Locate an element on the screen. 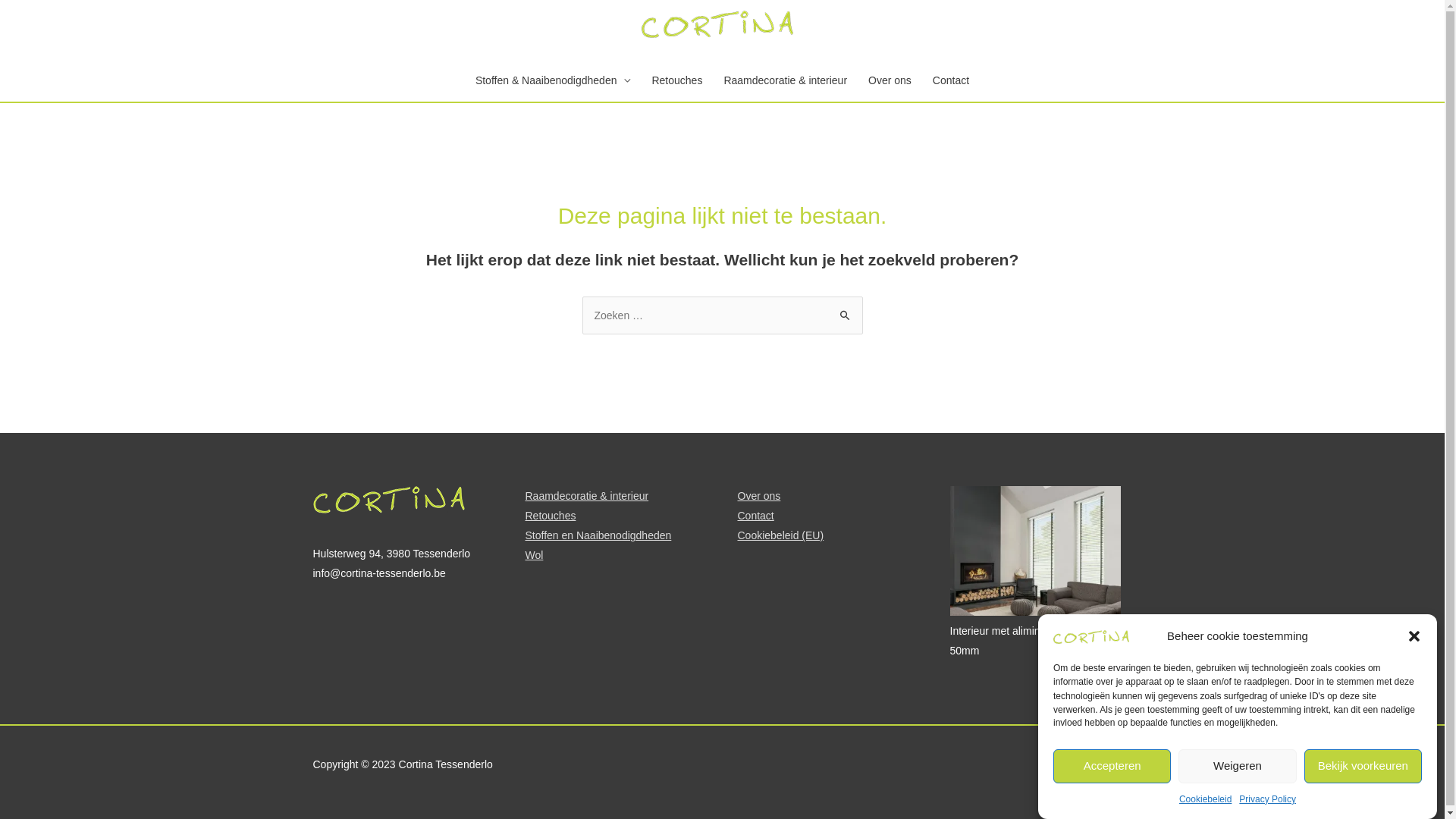 Image resolution: width=1456 pixels, height=819 pixels. 'Stoffen & Naaibenodigdheden' is located at coordinates (464, 80).